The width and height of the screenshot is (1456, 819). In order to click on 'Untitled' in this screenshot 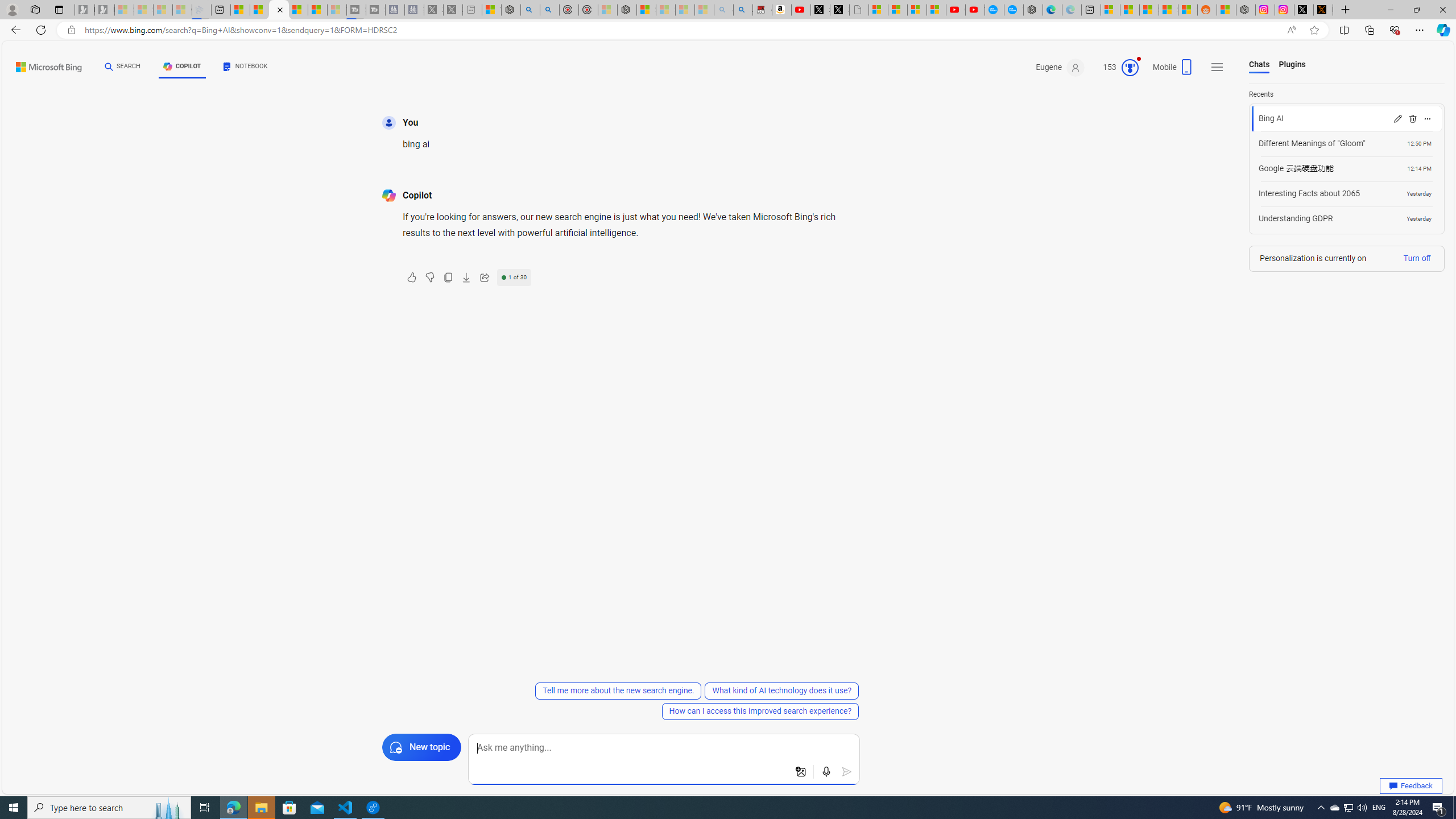, I will do `click(858, 9)`.